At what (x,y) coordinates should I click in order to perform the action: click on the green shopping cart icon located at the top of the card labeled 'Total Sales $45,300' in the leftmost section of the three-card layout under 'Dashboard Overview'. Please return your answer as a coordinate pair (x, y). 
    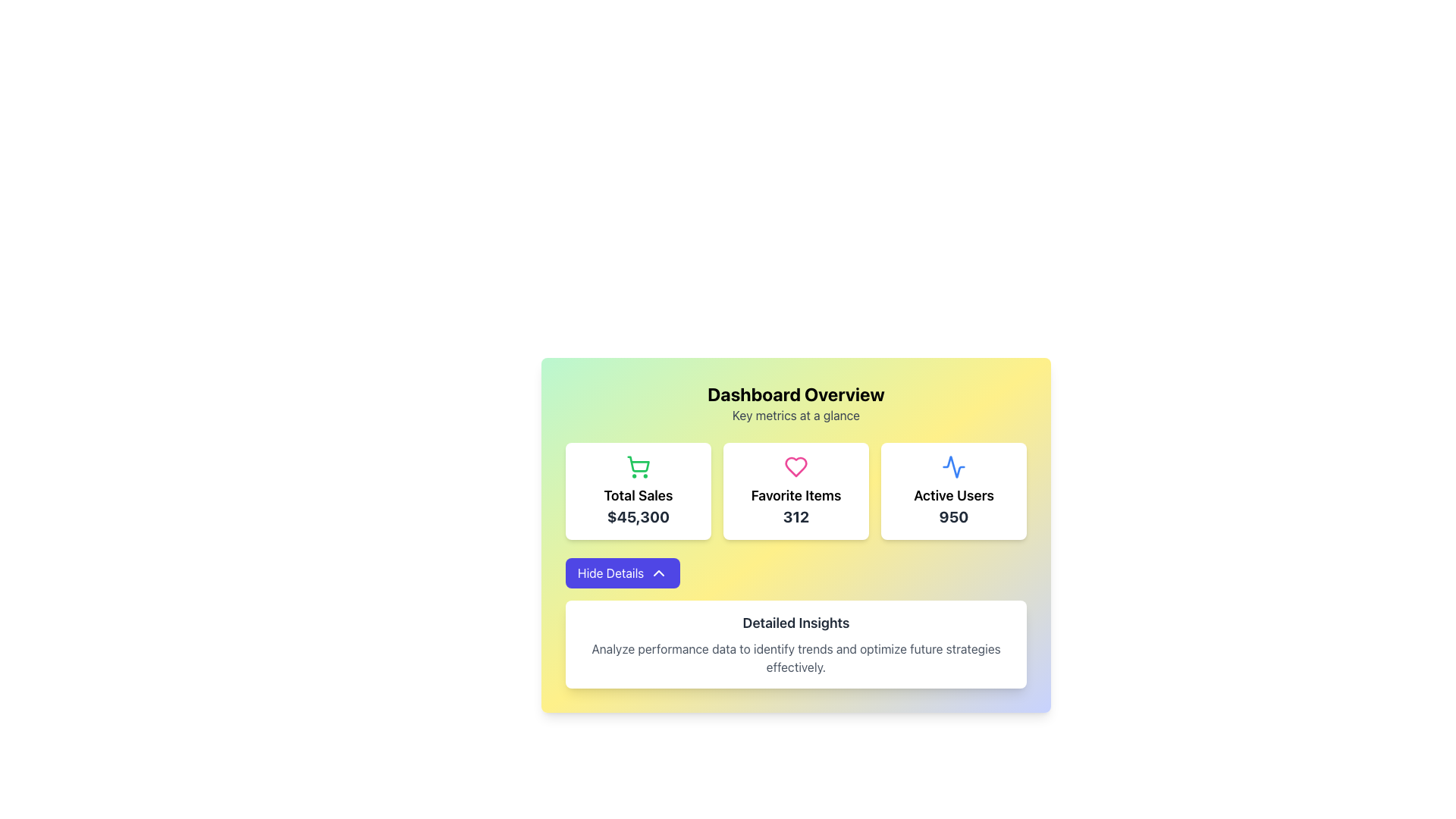
    Looking at the image, I should click on (639, 463).